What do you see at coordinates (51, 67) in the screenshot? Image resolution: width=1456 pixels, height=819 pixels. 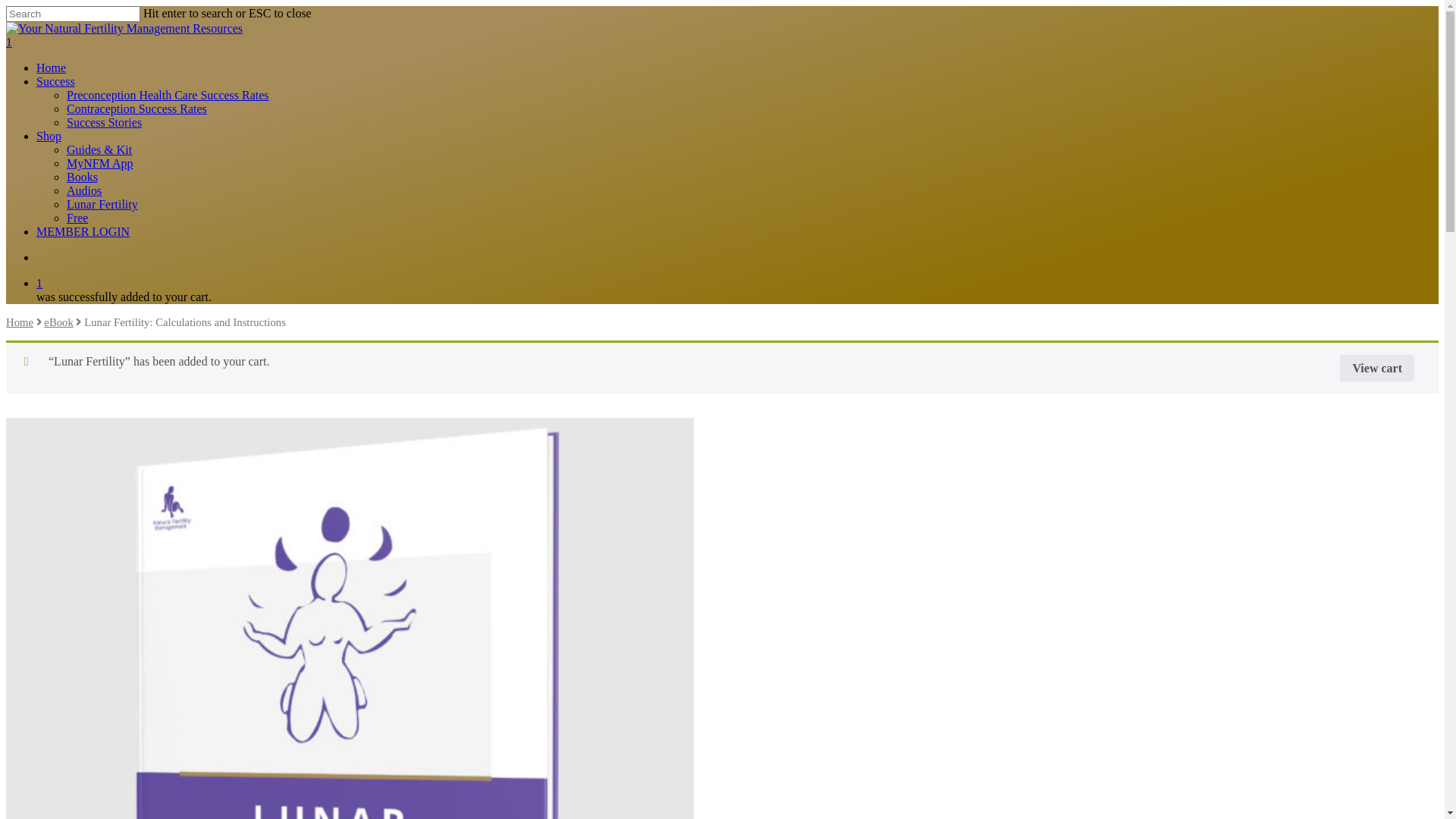 I see `'Home'` at bounding box center [51, 67].